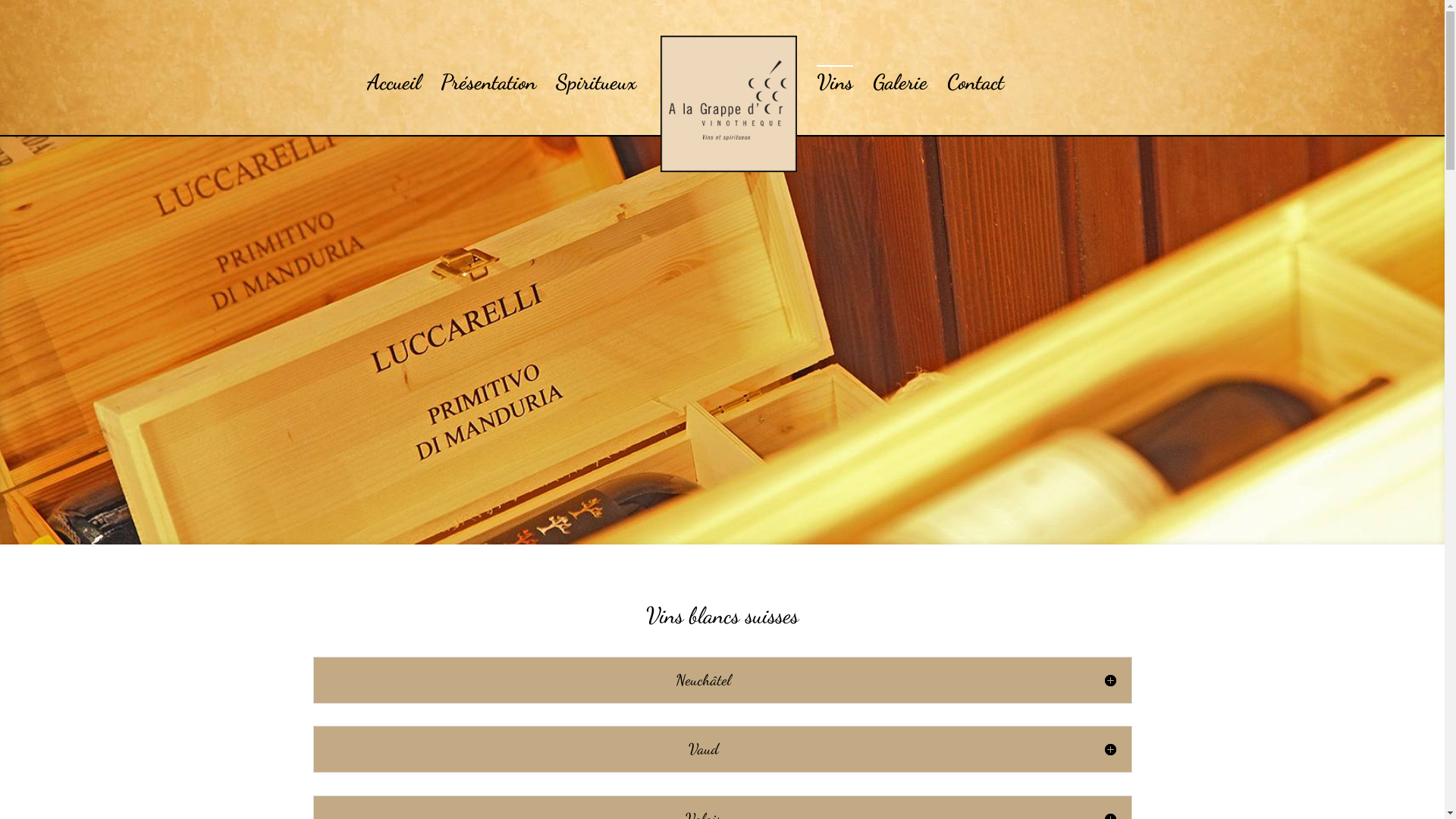 Image resolution: width=1456 pixels, height=819 pixels. Describe the element at coordinates (899, 81) in the screenshot. I see `'Galerie'` at that location.